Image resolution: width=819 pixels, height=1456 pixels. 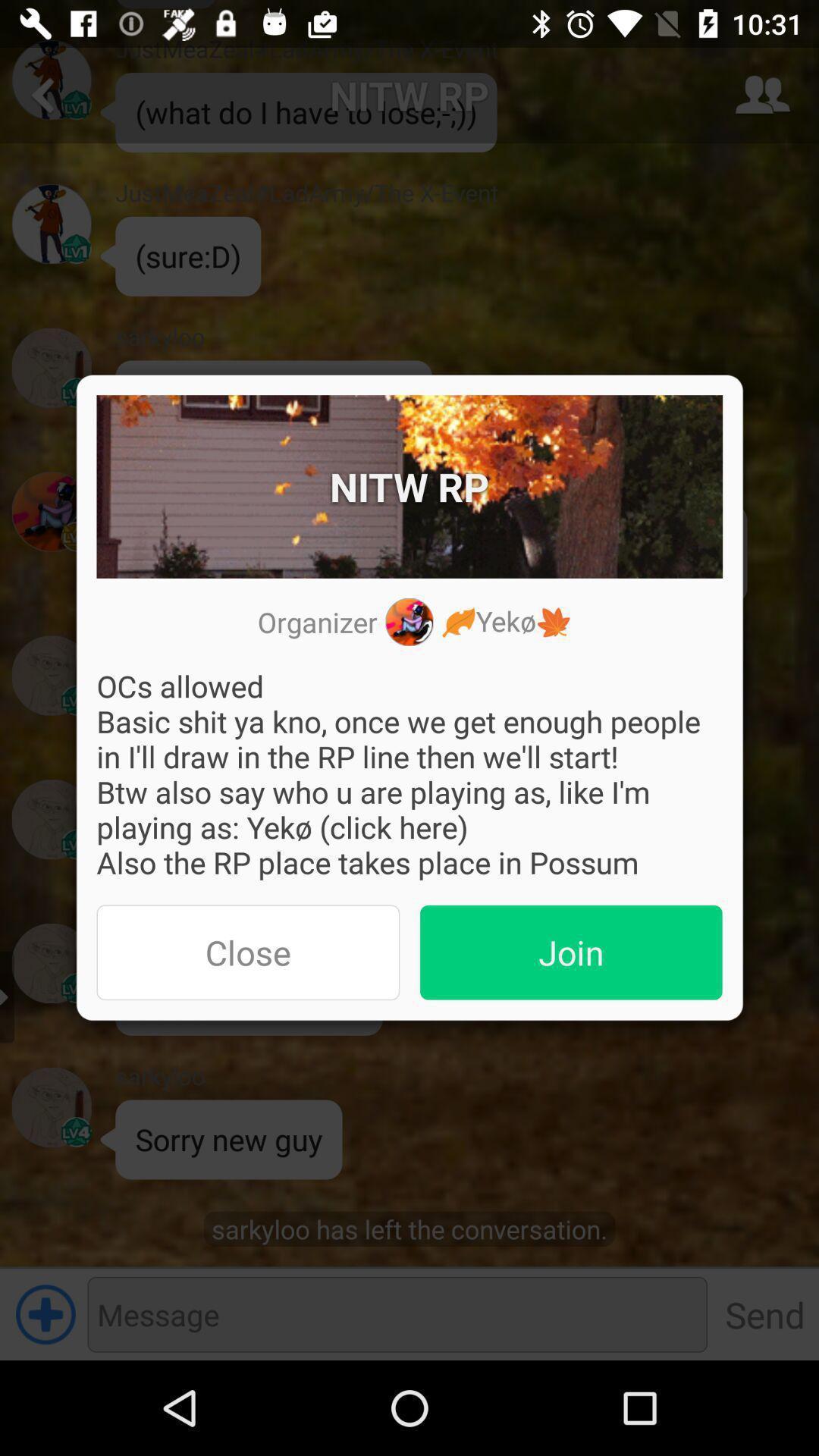 I want to click on the close button, so click(x=247, y=952).